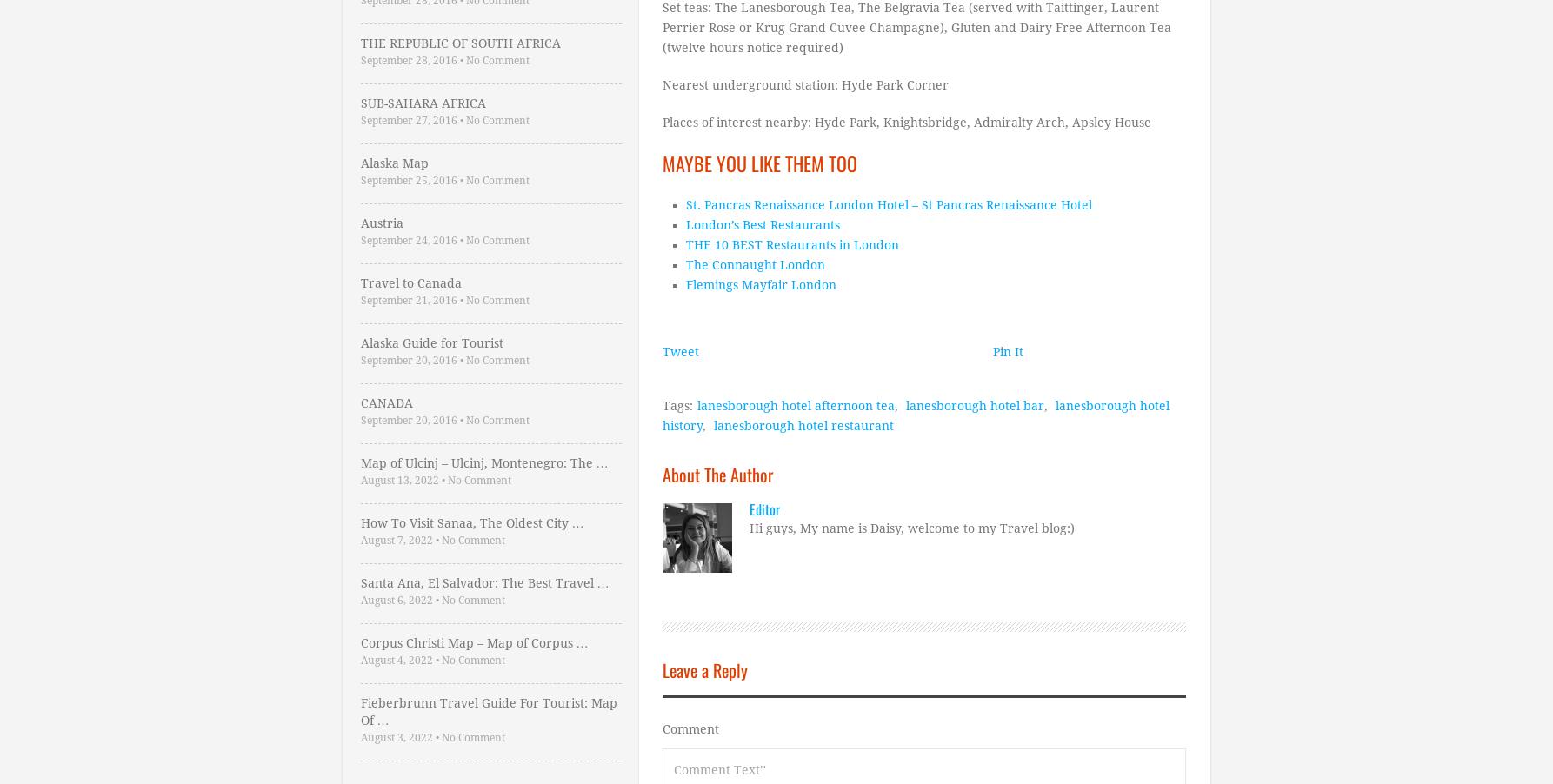 Image resolution: width=1553 pixels, height=784 pixels. What do you see at coordinates (459, 42) in the screenshot?
I see `'THE REPUBLIC OF SOUTH AFRICA'` at bounding box center [459, 42].